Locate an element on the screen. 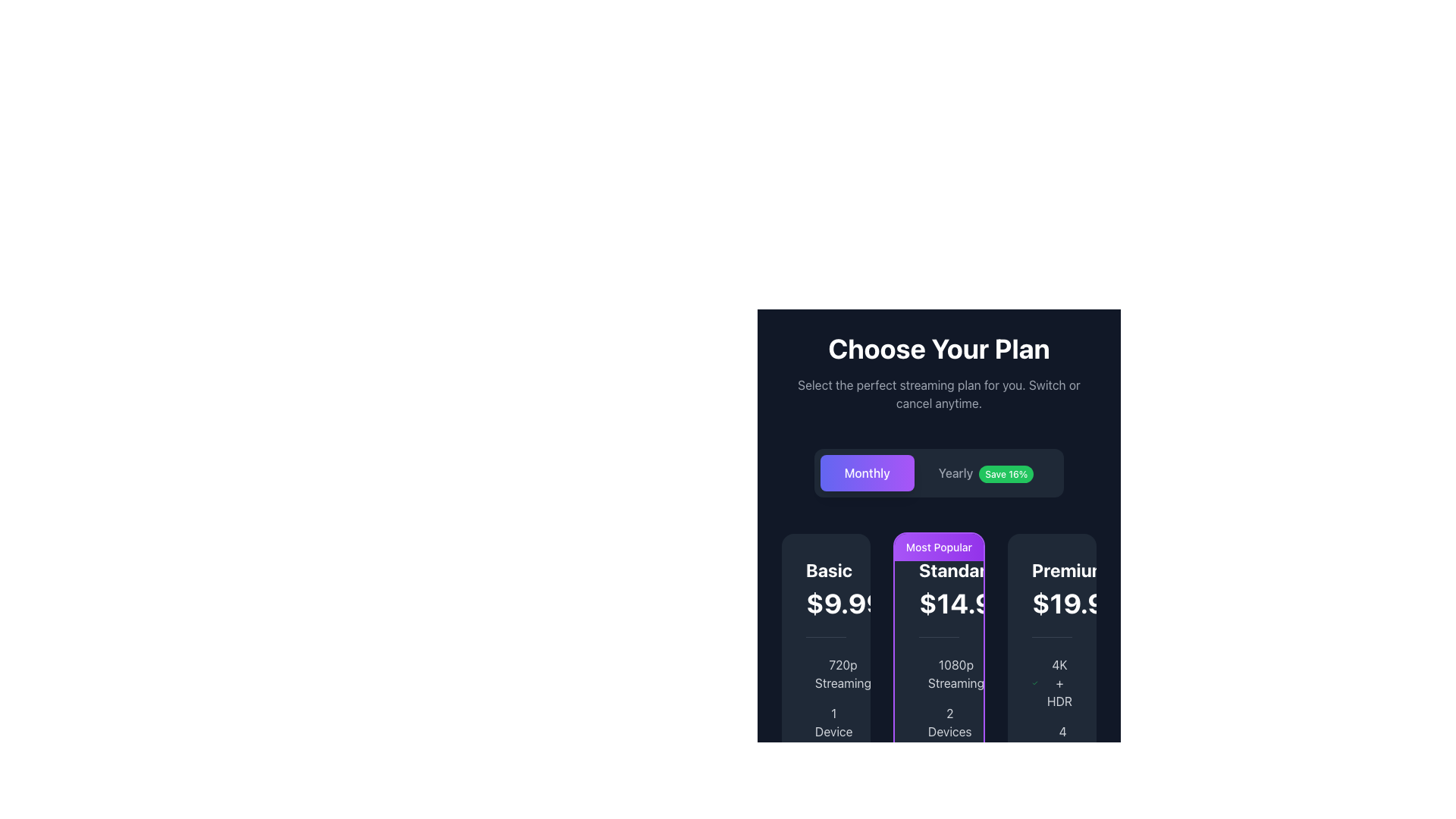 The width and height of the screenshot is (1456, 819). the Text Display element that informs the user of the name and pricing of the 'Standard' plan, located directly underneath the 'Standard' title in the middle column is located at coordinates (938, 587).